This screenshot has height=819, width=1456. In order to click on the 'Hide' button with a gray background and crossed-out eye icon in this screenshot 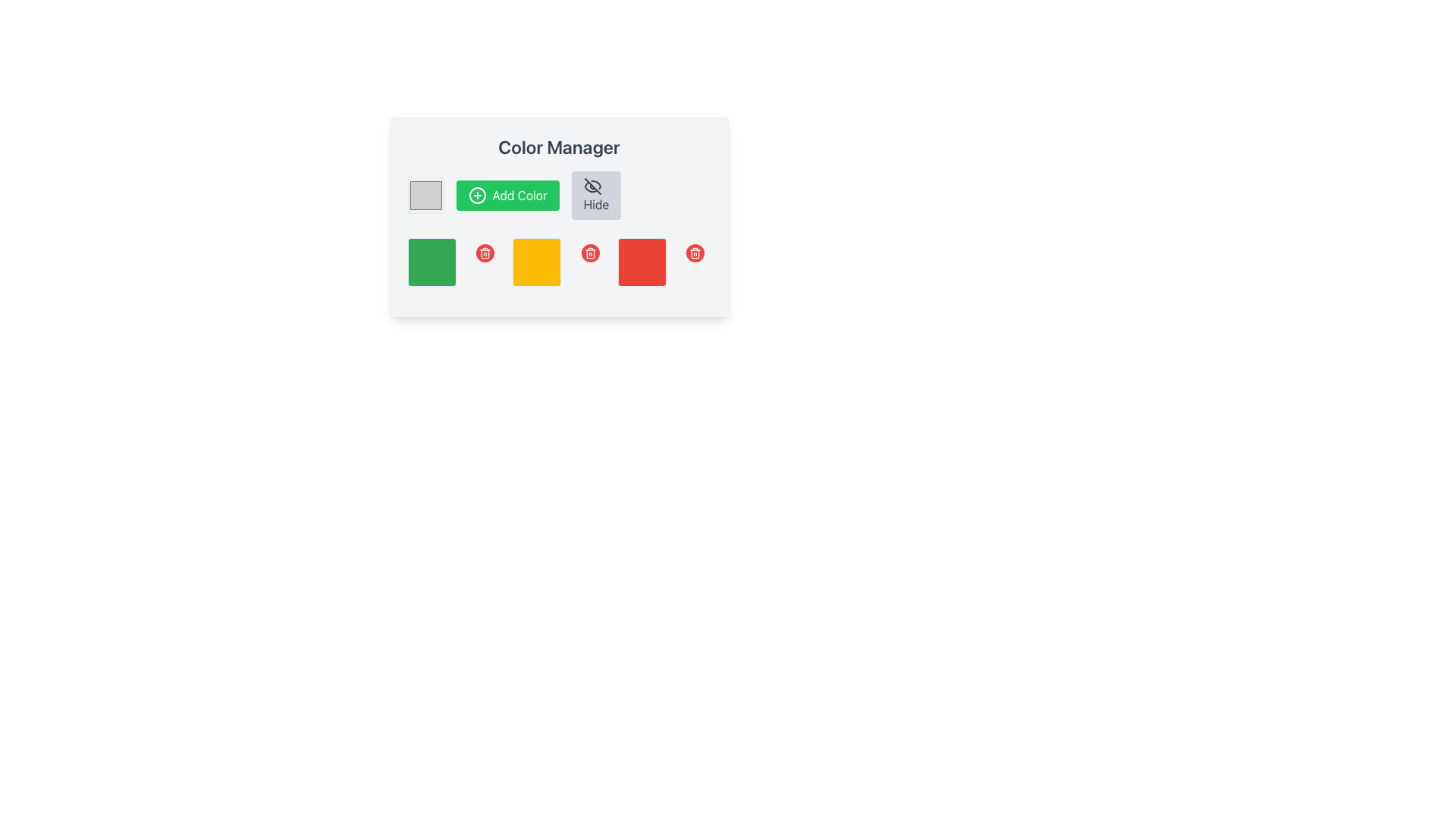, I will do `click(595, 195)`.